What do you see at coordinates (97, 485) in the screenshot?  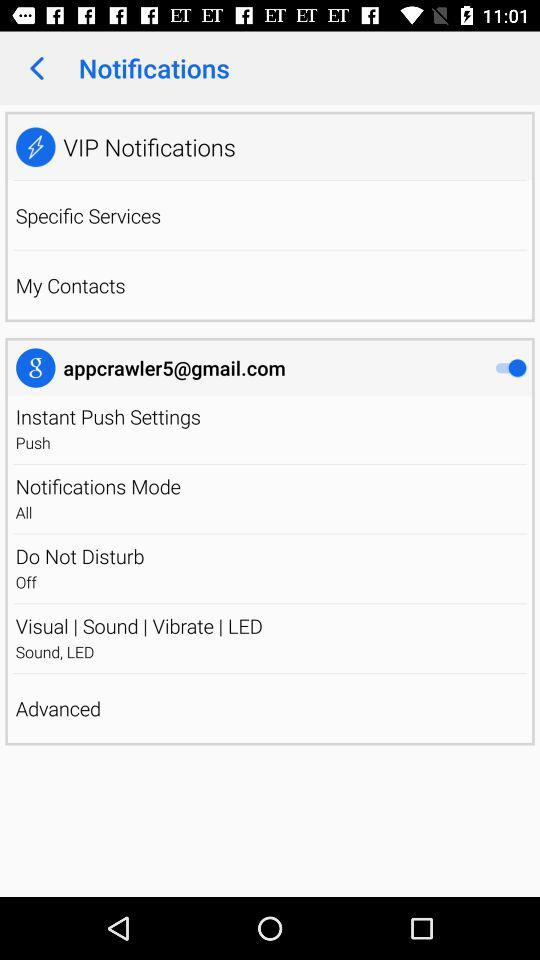 I see `the icon above the all` at bounding box center [97, 485].